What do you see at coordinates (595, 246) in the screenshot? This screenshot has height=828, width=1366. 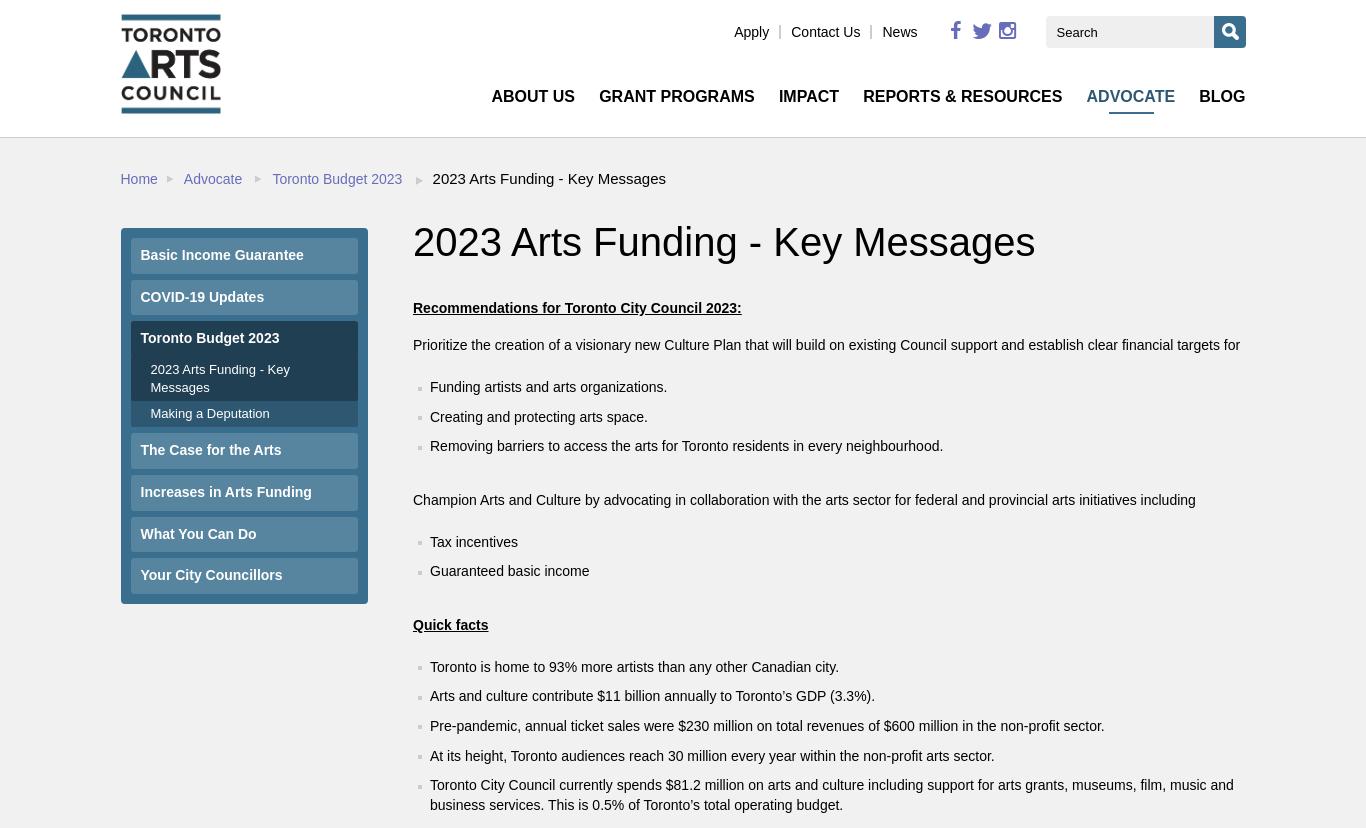 I see `'Reporting on Your Grant'` at bounding box center [595, 246].